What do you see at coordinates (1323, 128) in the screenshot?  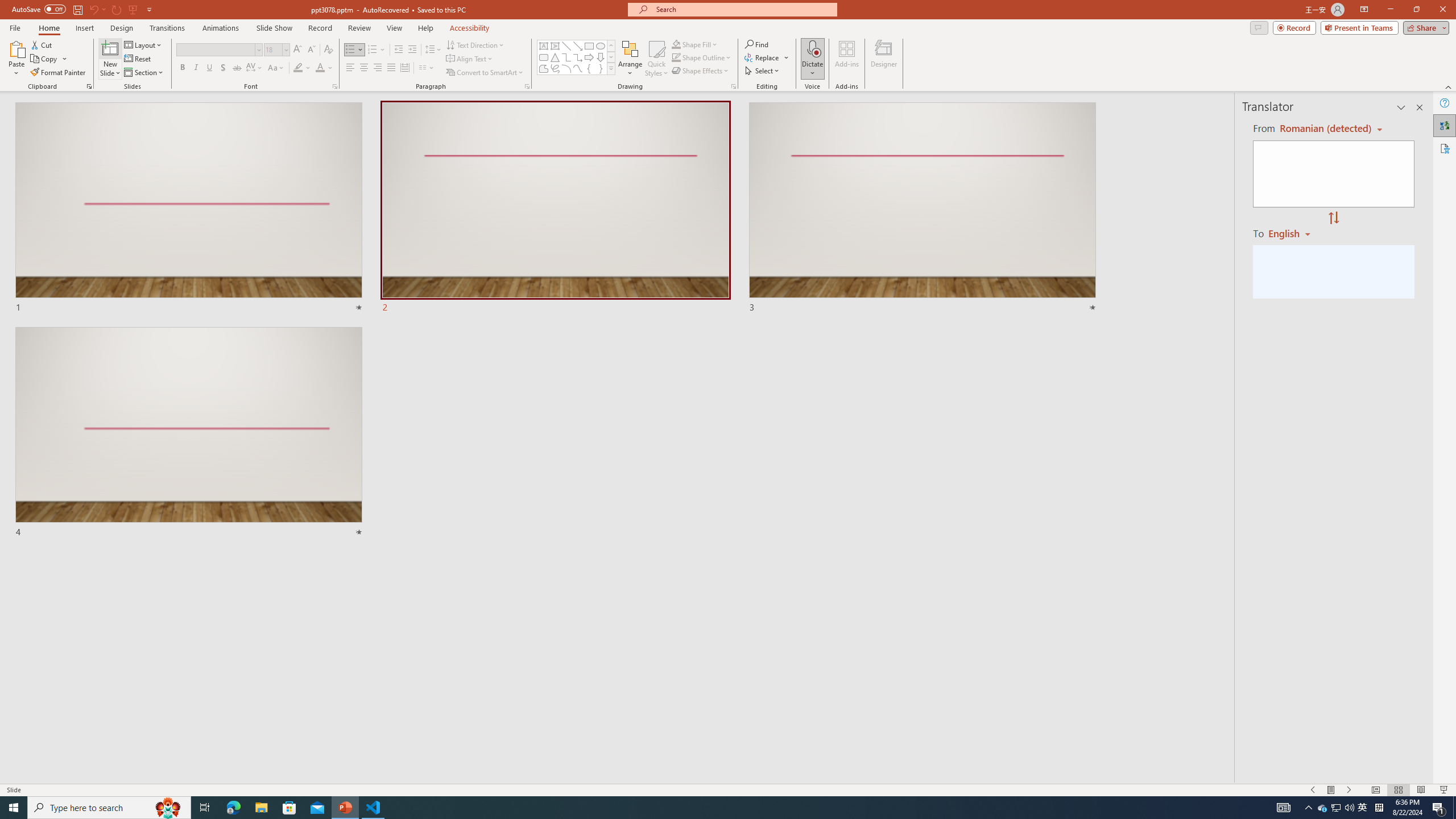 I see `'Czech (detected)'` at bounding box center [1323, 128].